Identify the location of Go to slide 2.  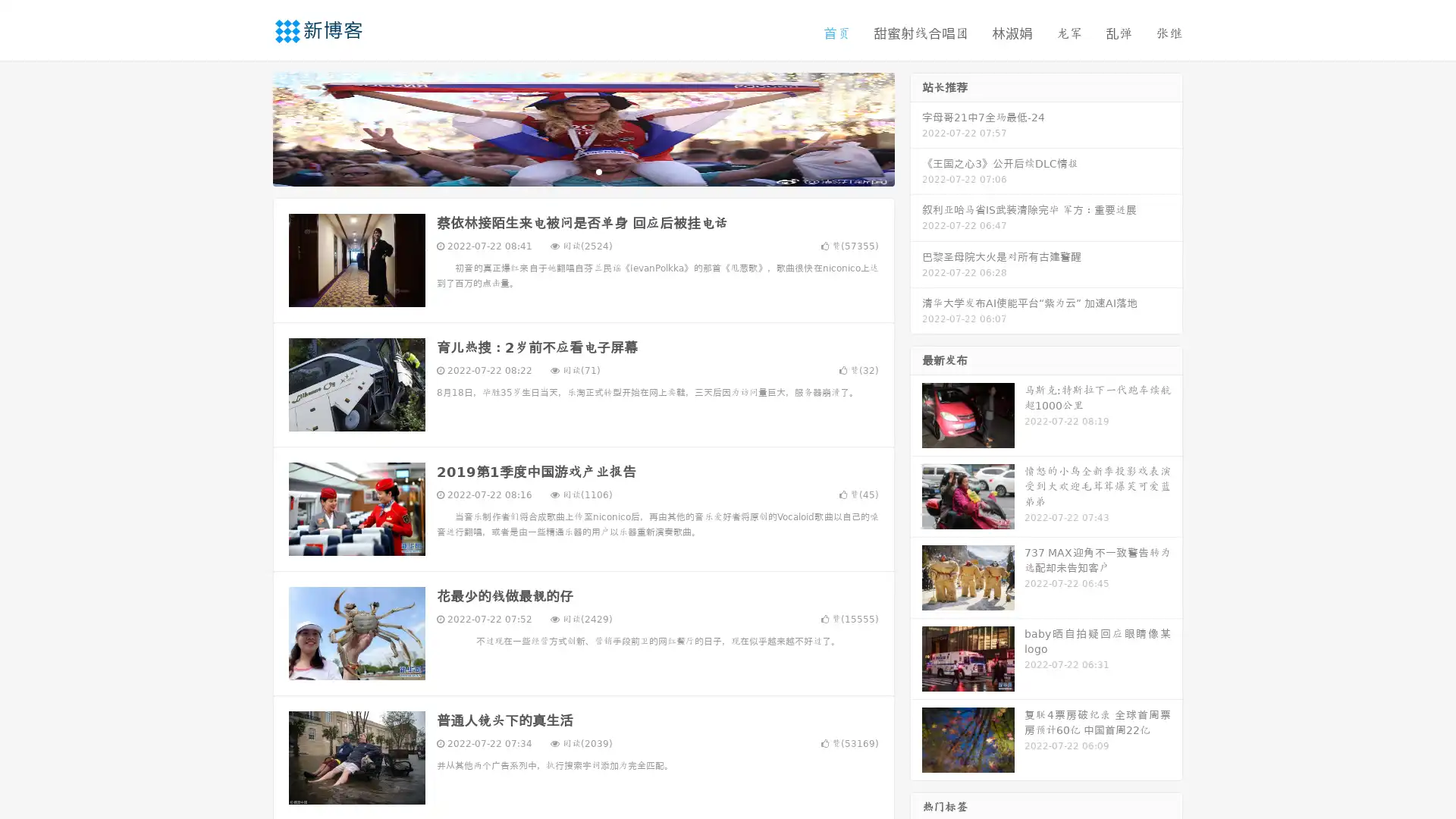
(582, 171).